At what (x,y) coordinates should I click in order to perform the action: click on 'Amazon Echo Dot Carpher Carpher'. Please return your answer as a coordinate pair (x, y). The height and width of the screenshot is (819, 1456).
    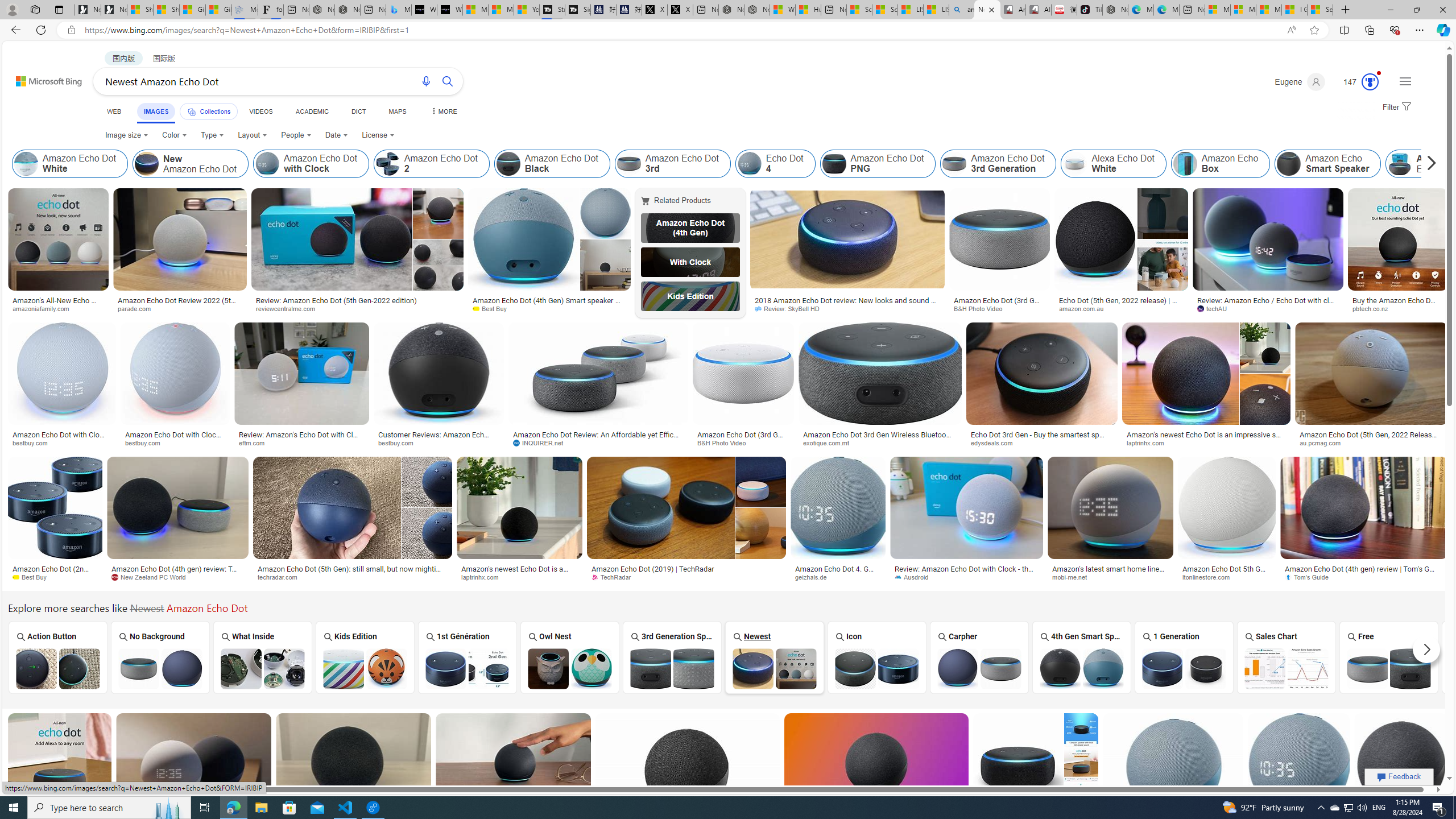
    Looking at the image, I should click on (978, 656).